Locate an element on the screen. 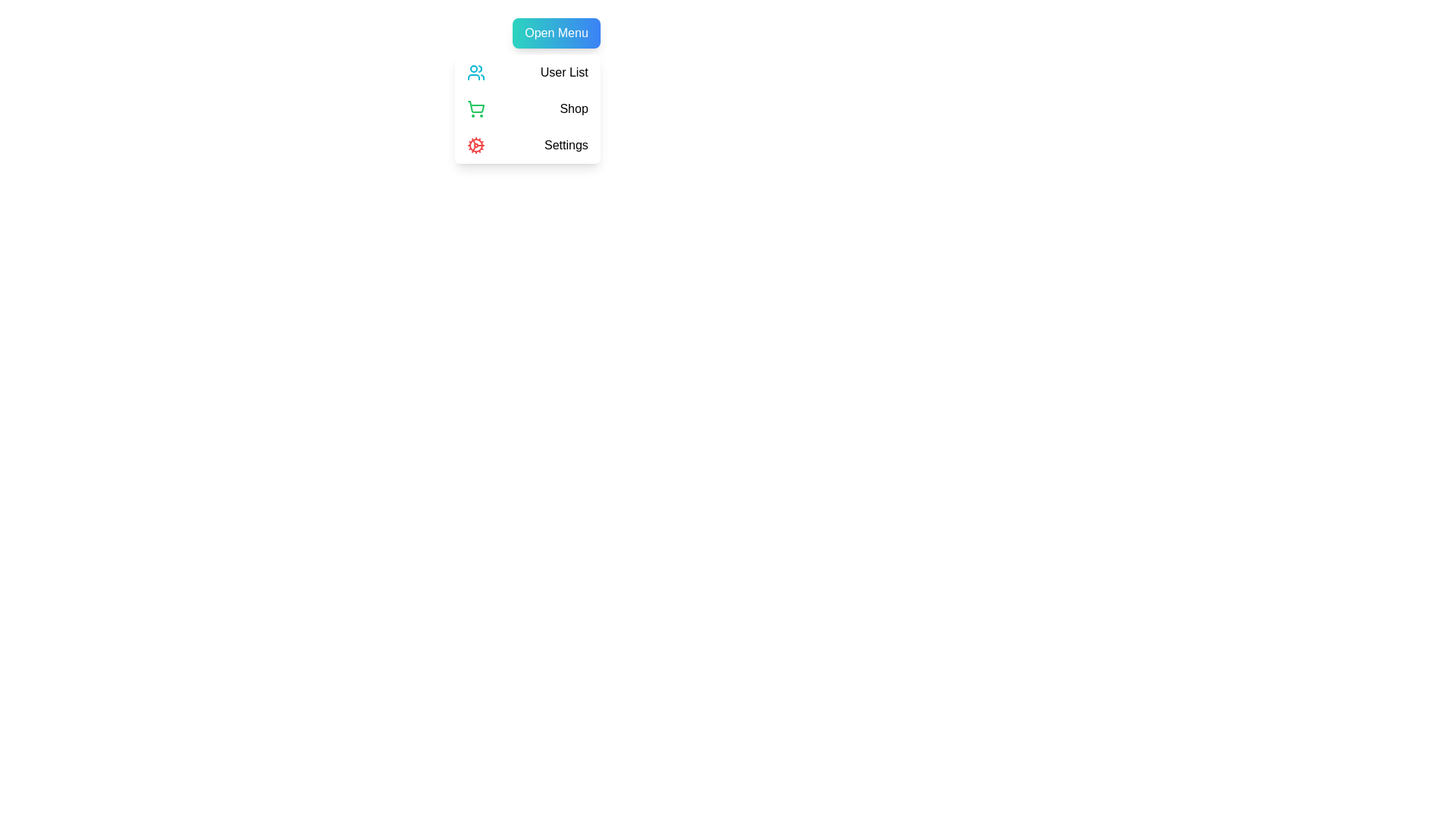 This screenshot has width=1456, height=819. the 'Open Menu' button to toggle the visibility of the menu is located at coordinates (556, 33).